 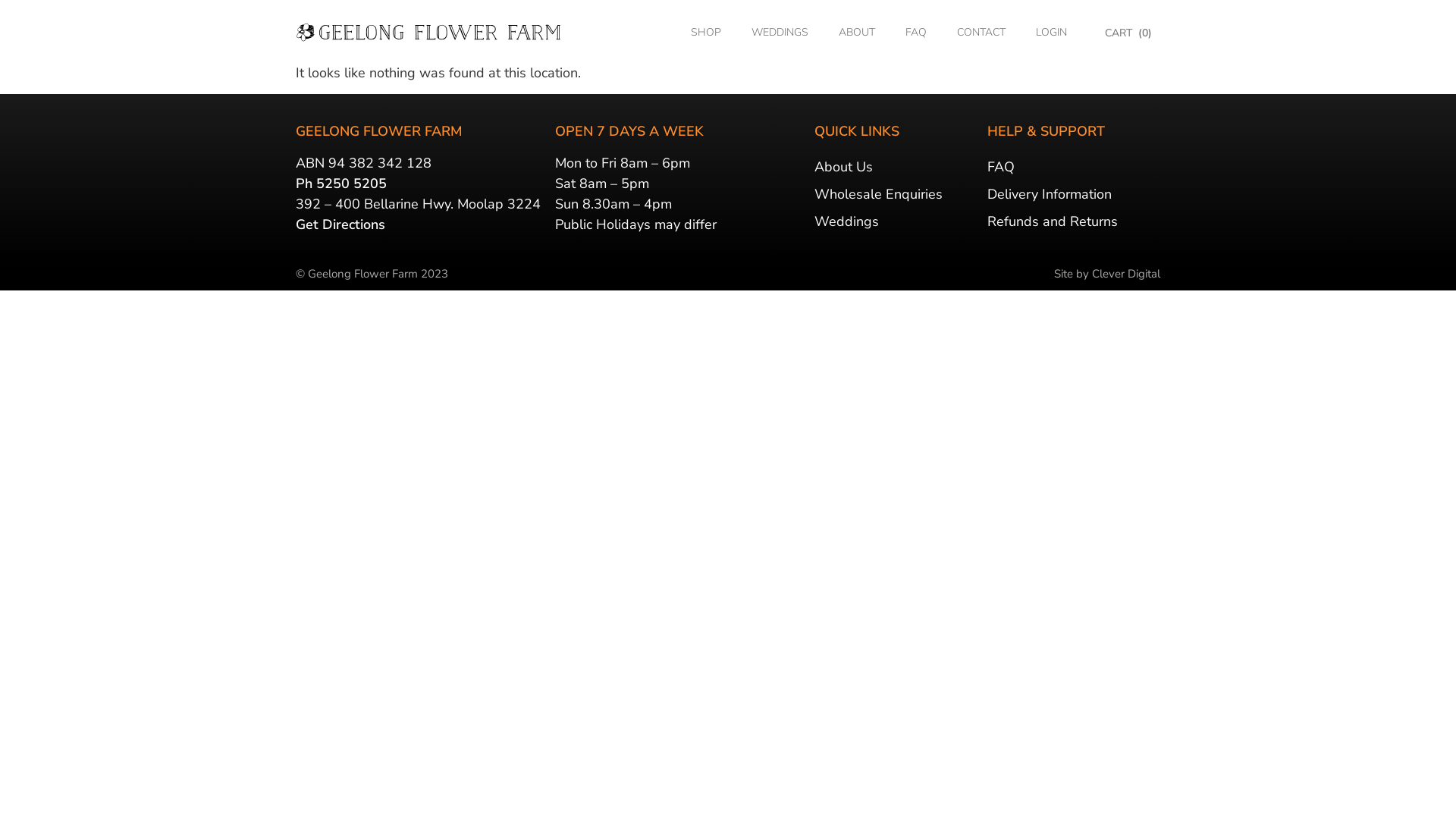 I want to click on 'Delivery Information', so click(x=1073, y=193).